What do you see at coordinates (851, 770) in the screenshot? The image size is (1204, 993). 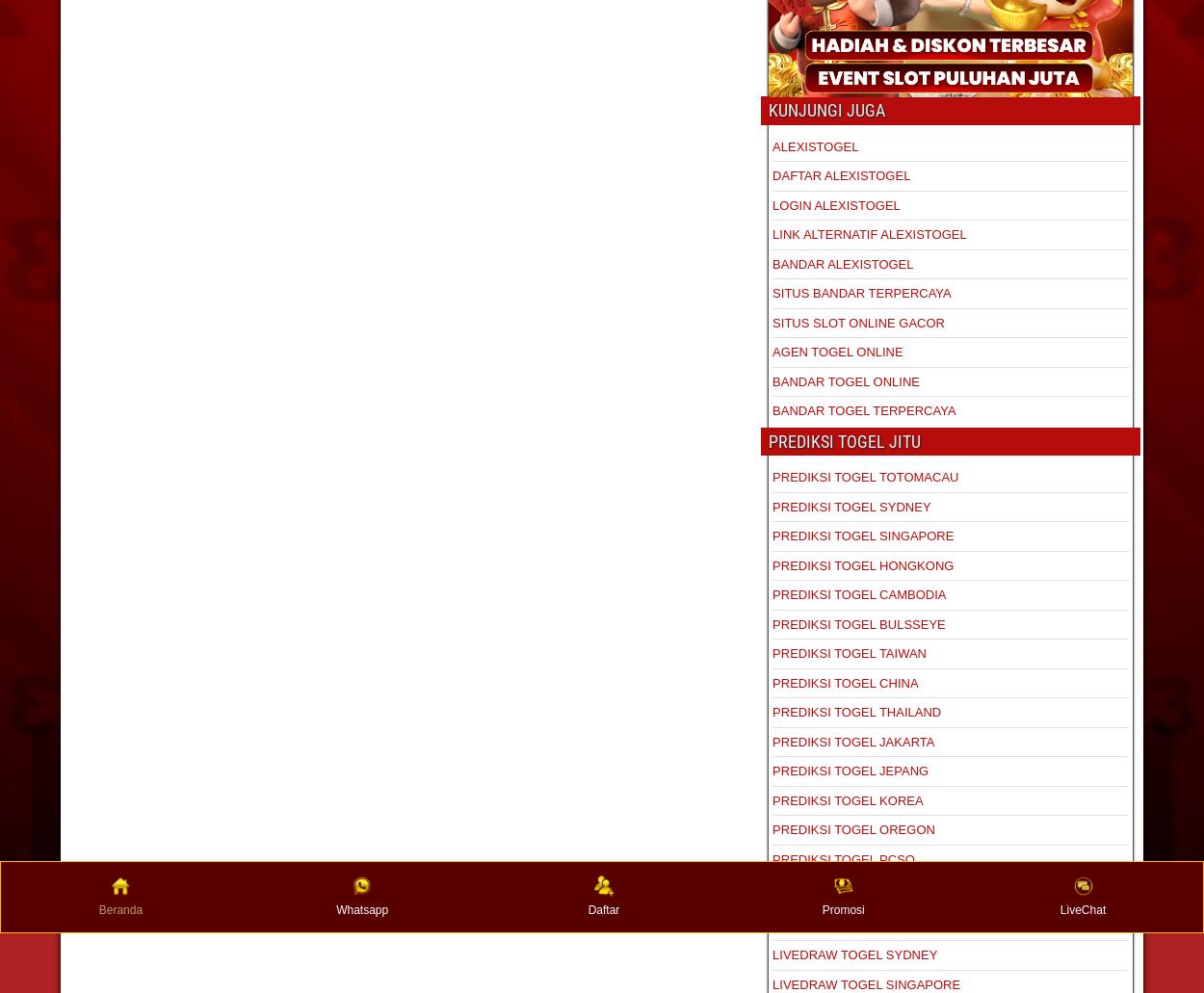 I see `'PREDIKSI TOGEL JEPANG'` at bounding box center [851, 770].